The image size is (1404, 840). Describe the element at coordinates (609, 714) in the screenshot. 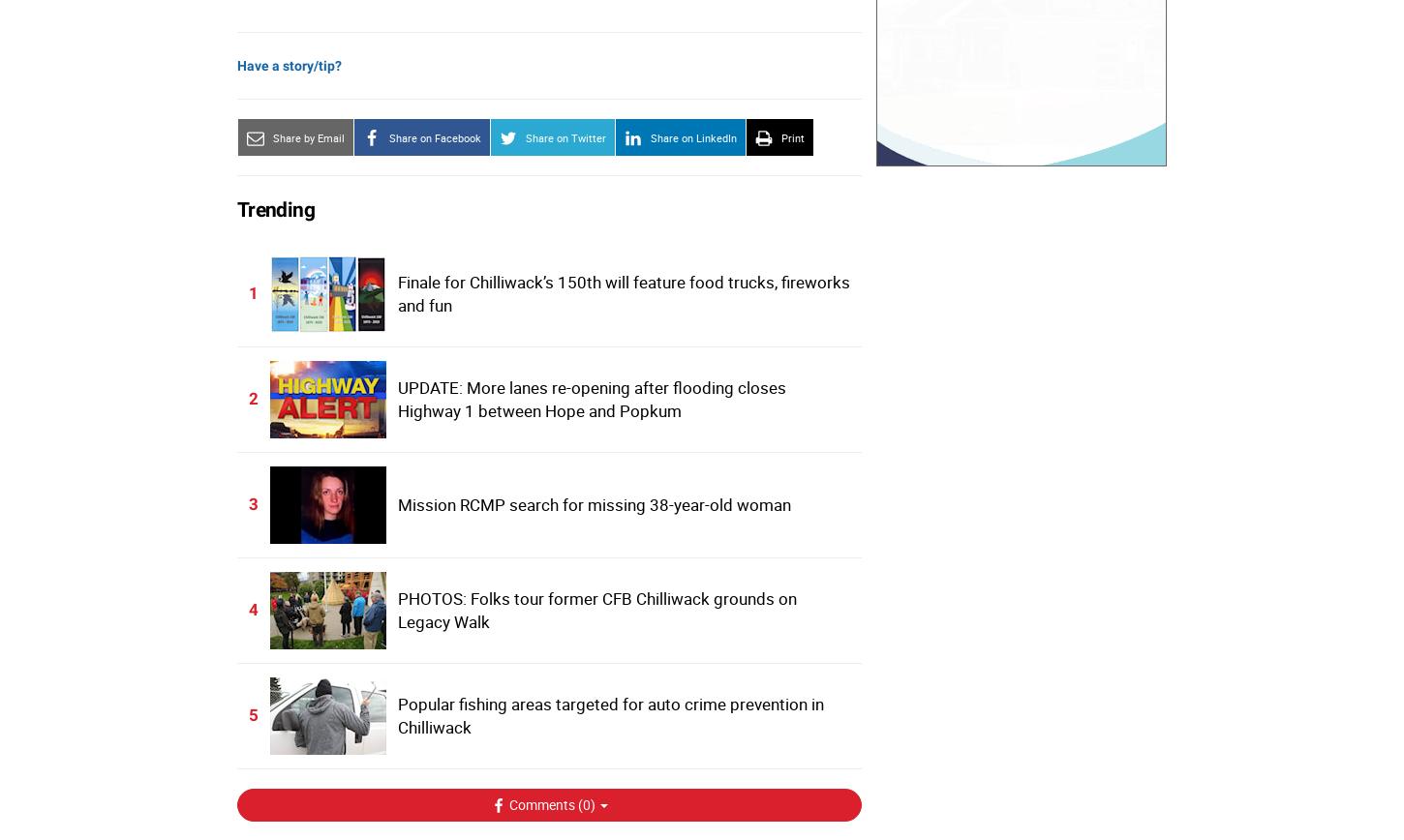

I see `'Popular fishing areas targeted for auto crime prevention in Chilliwack'` at that location.